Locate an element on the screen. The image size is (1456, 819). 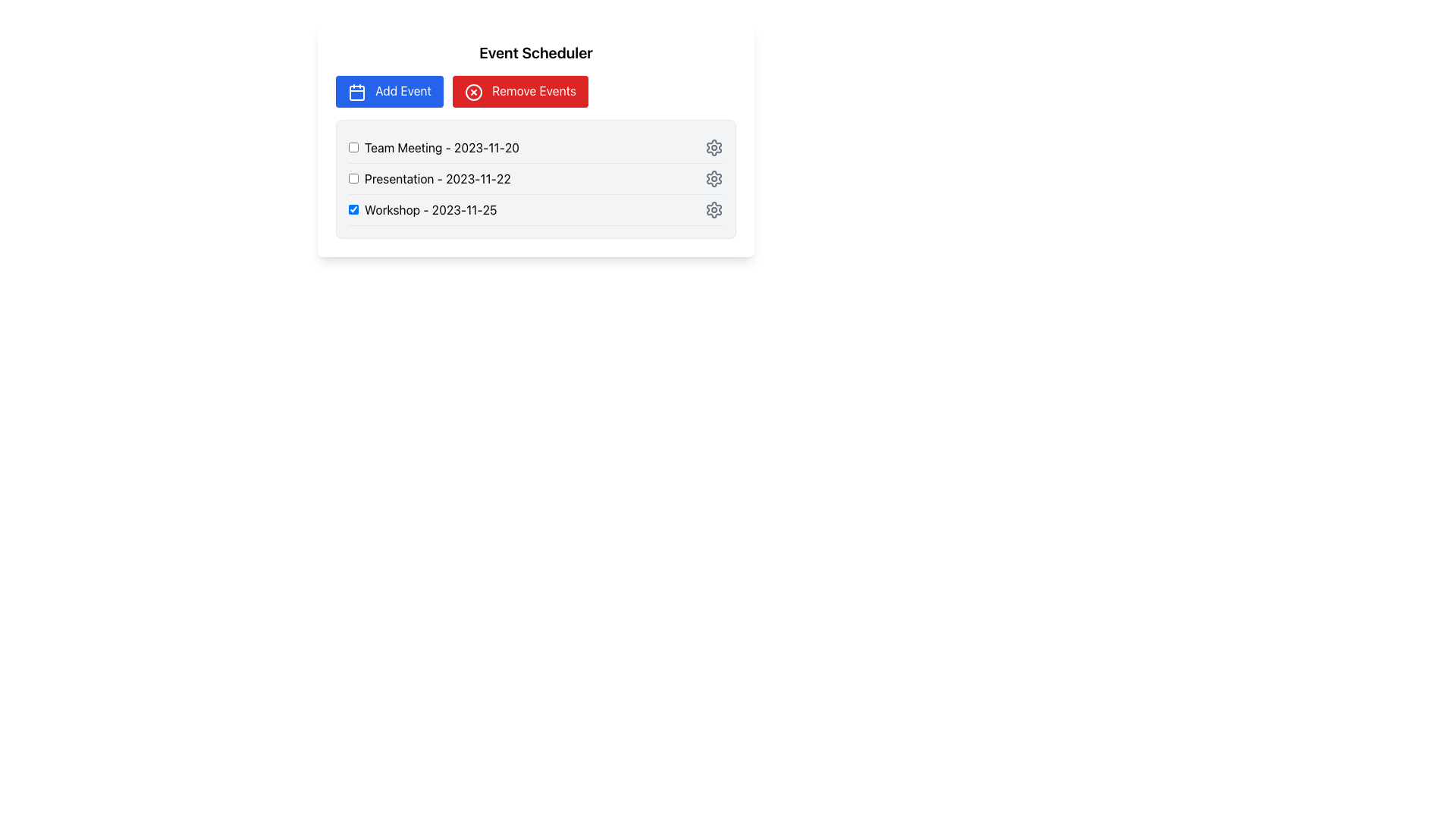
the gear icon located at the right side of the 'Workshop - 2023-11-25' row is located at coordinates (713, 209).